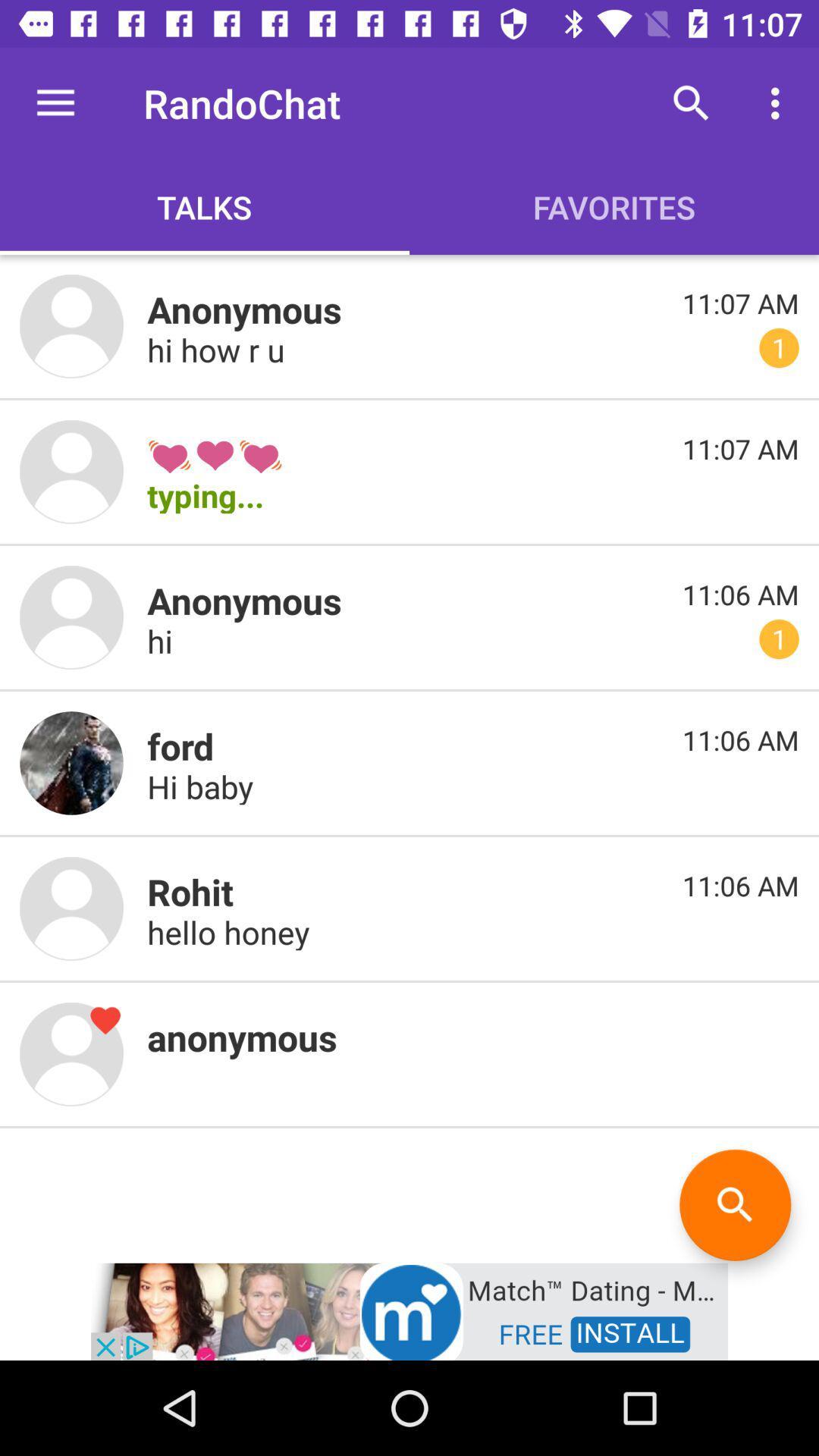  I want to click on images, so click(71, 471).